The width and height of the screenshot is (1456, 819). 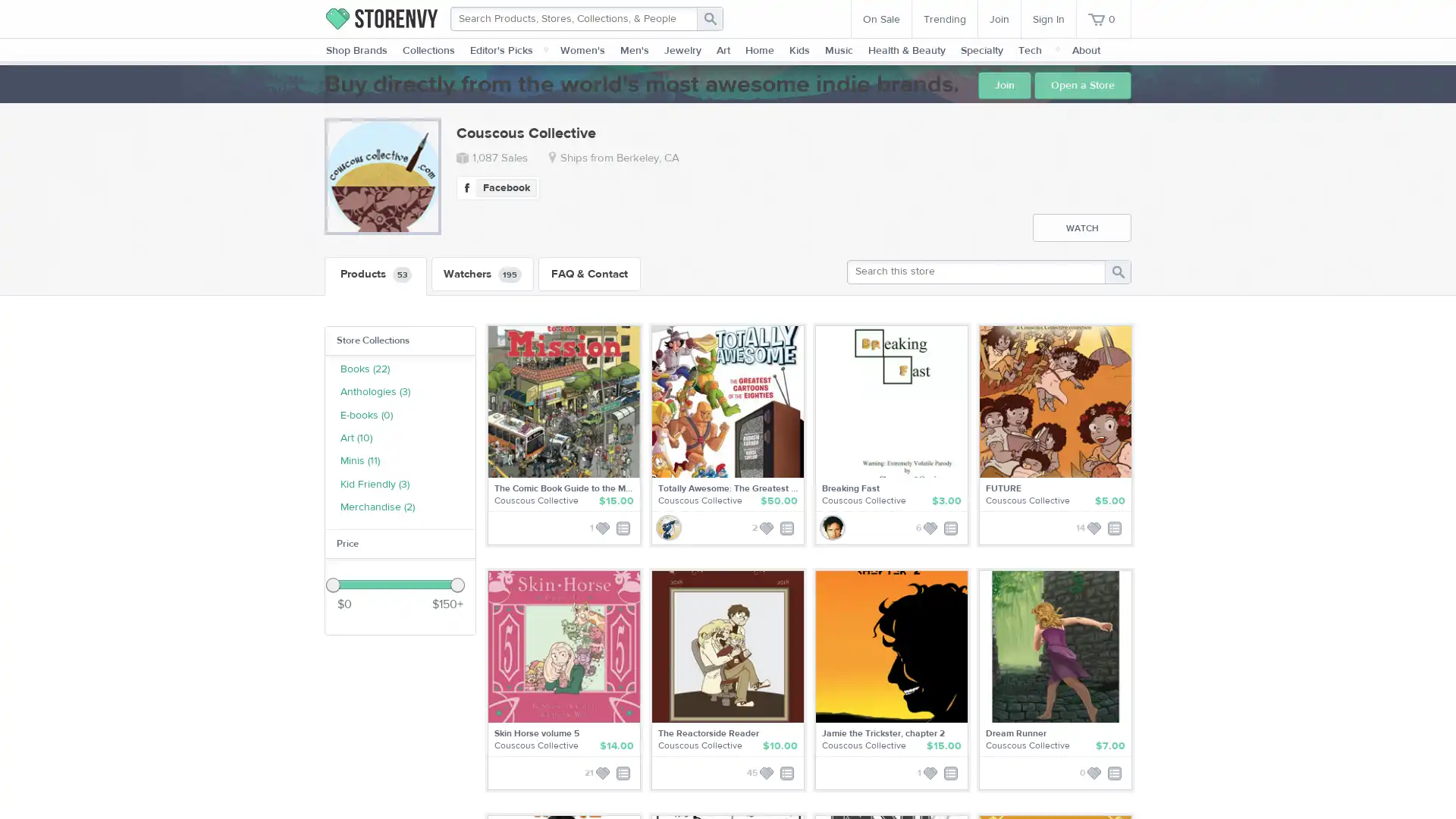 What do you see at coordinates (1117, 271) in the screenshot?
I see `Search` at bounding box center [1117, 271].